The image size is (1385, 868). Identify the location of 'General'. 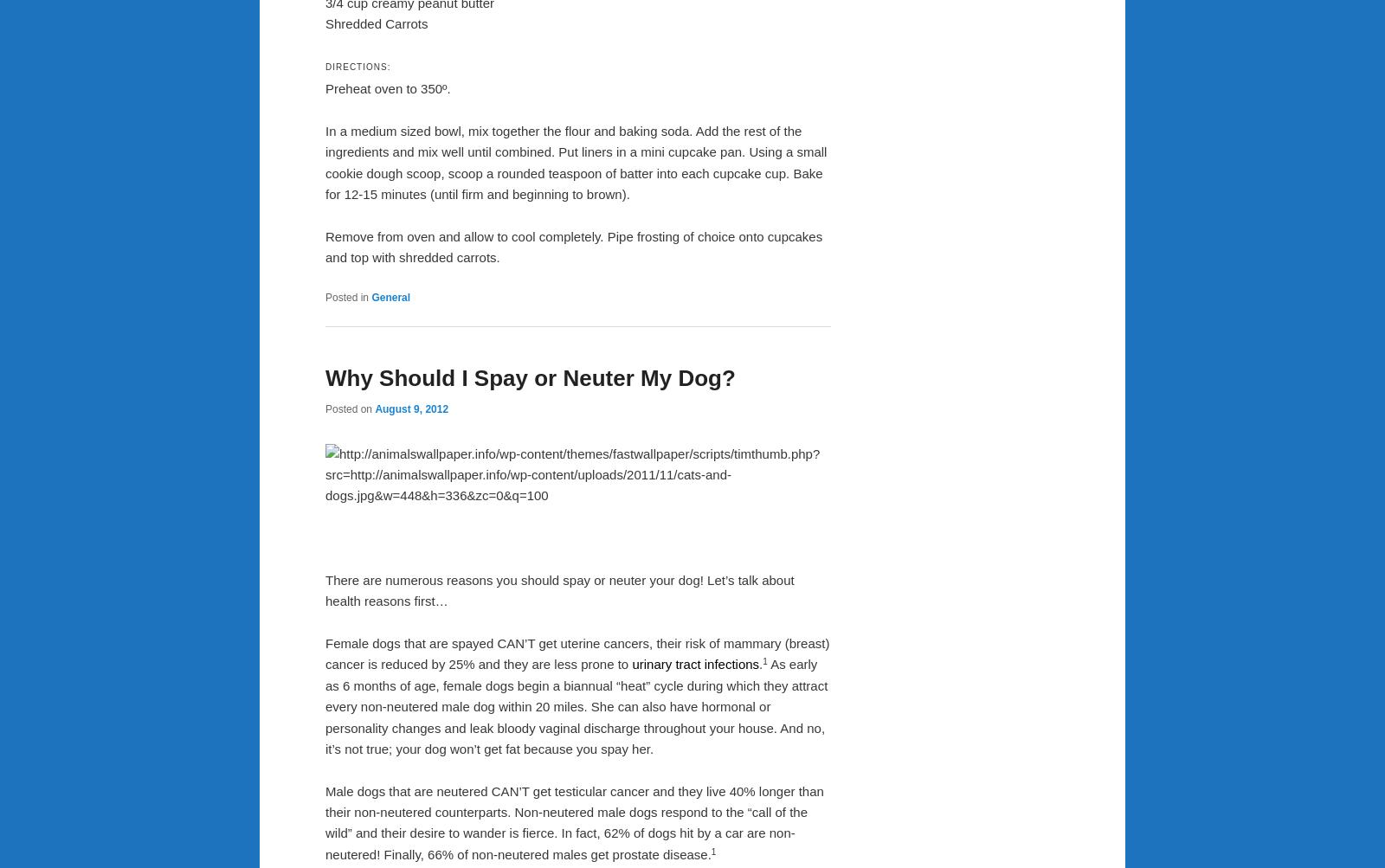
(370, 296).